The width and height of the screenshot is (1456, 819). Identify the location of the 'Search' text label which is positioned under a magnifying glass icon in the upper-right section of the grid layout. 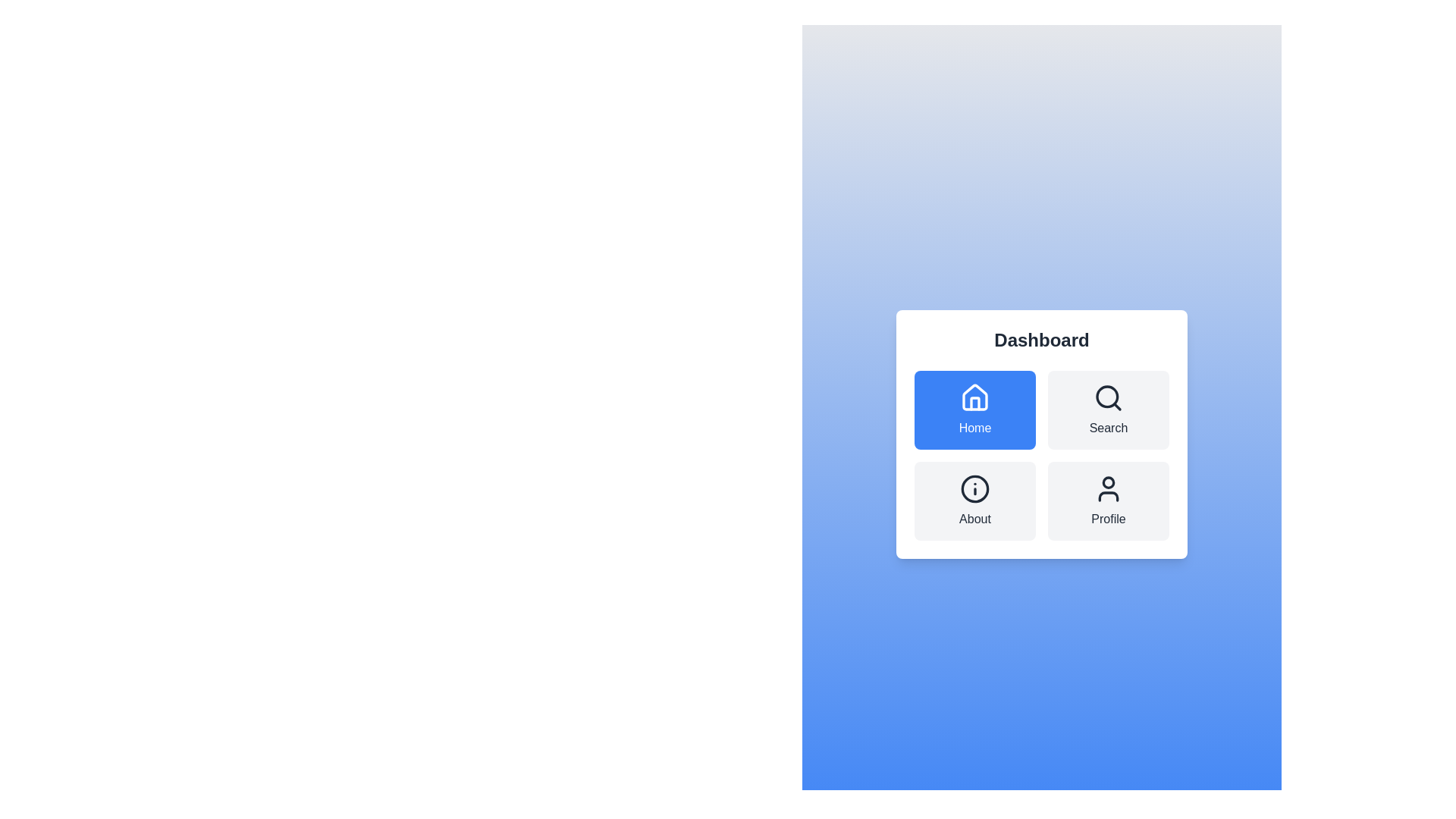
(1109, 428).